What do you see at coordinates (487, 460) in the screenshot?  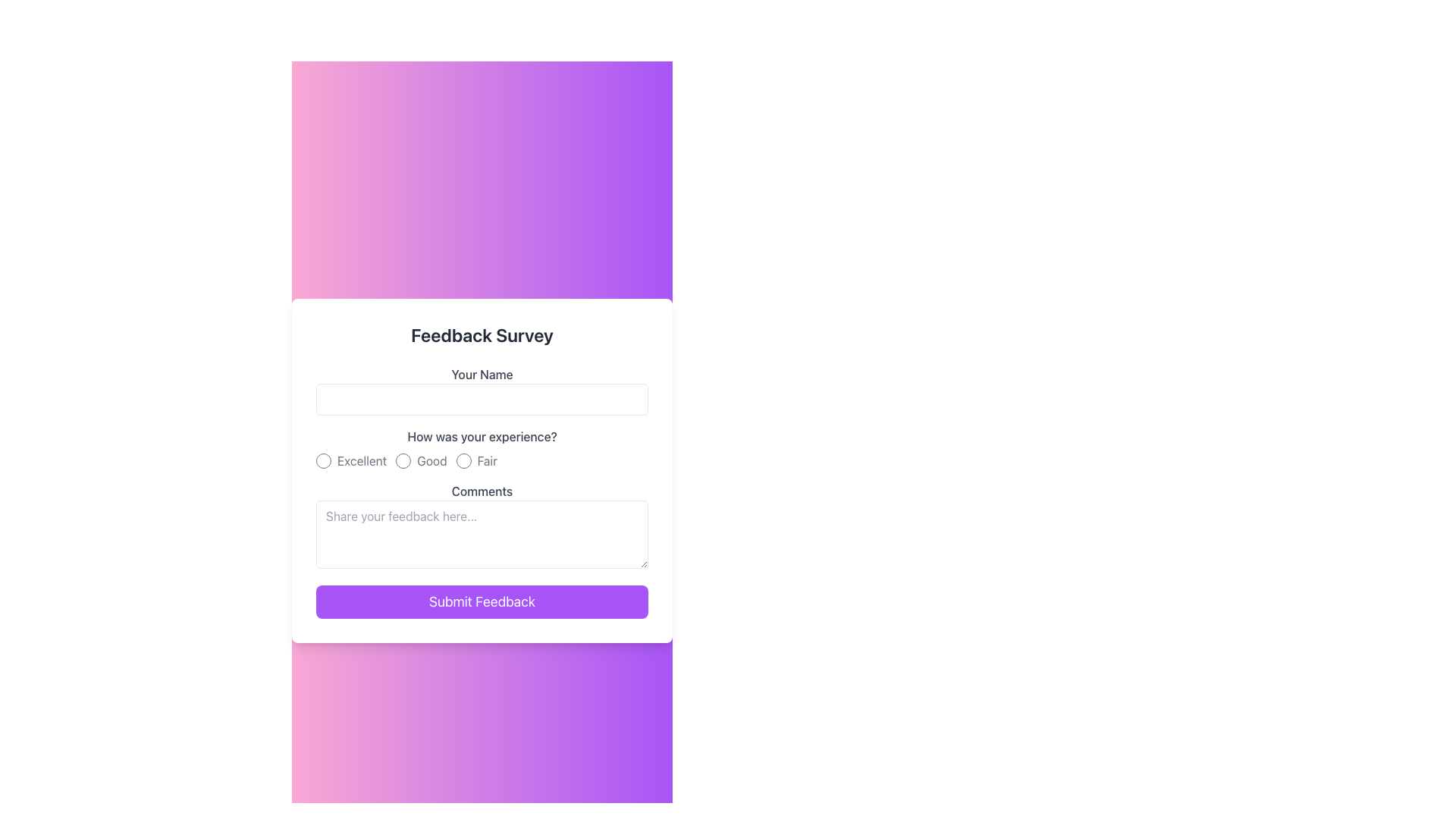 I see `the label for the third radio button option in the feedback survey form, which describes the option for 'How was your experience?'` at bounding box center [487, 460].